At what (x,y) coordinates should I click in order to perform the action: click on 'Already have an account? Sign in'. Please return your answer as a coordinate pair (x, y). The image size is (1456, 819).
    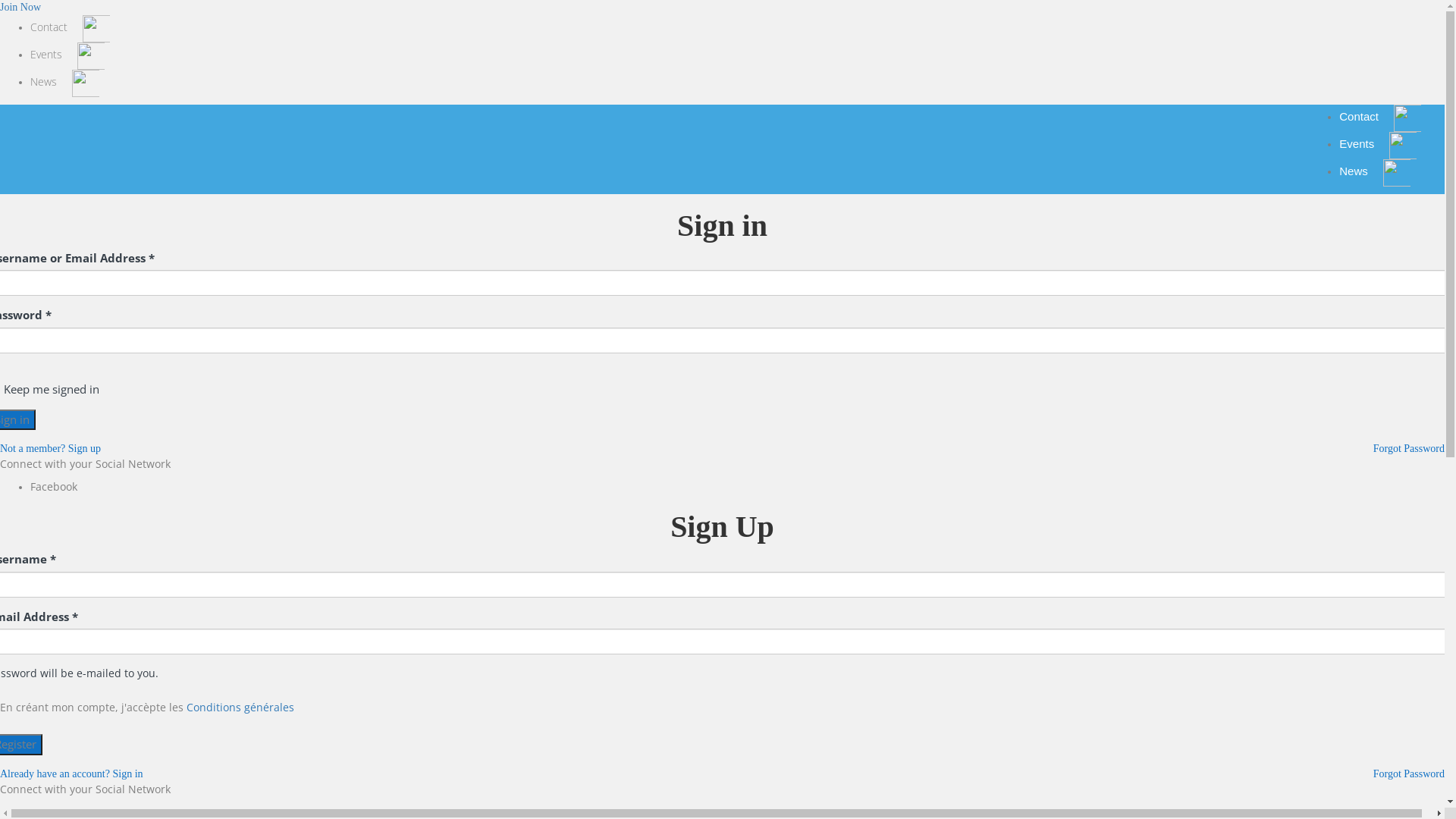
    Looking at the image, I should click on (71, 773).